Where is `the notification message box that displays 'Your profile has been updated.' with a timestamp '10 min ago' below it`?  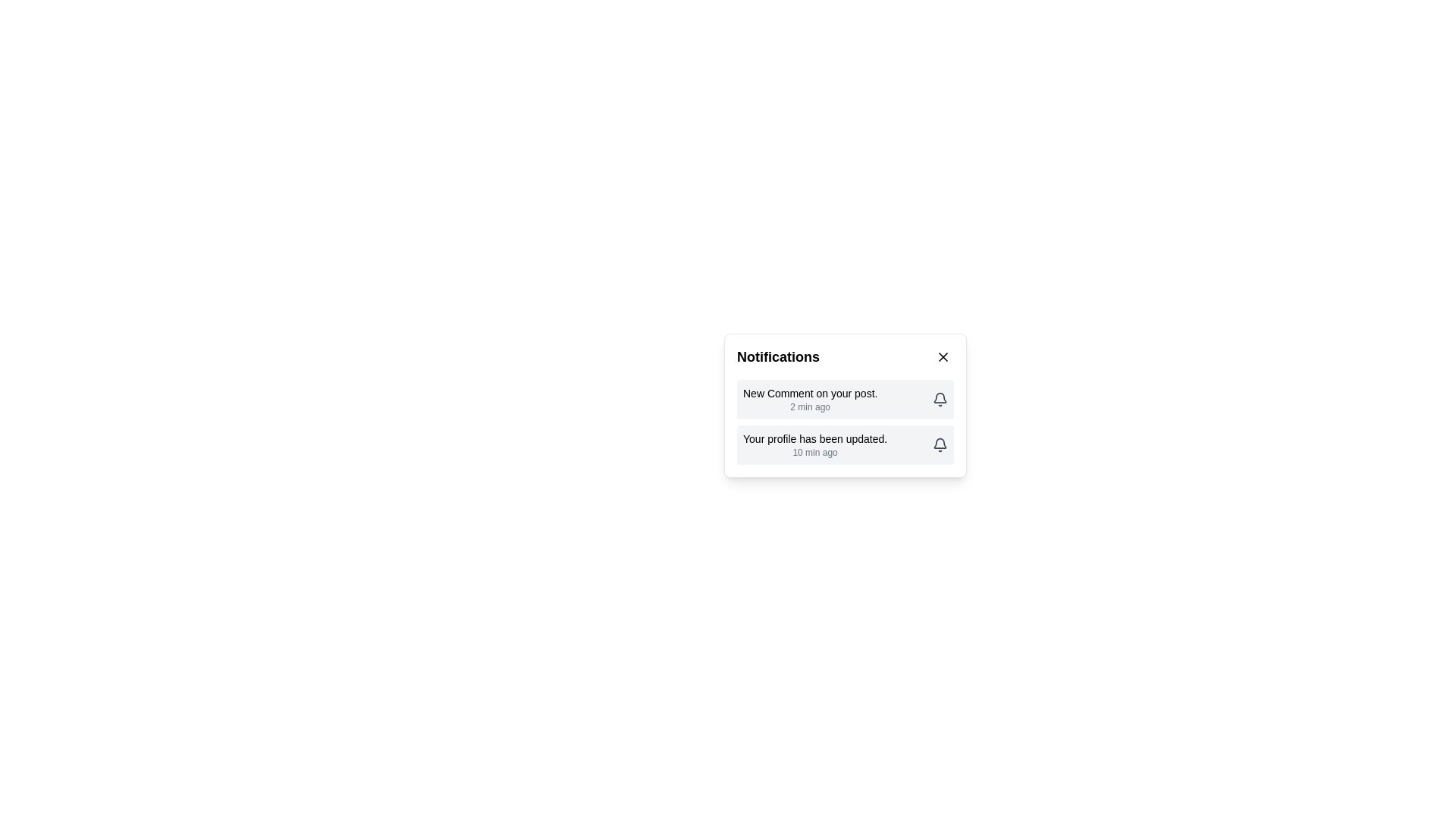 the notification message box that displays 'Your profile has been updated.' with a timestamp '10 min ago' below it is located at coordinates (844, 444).